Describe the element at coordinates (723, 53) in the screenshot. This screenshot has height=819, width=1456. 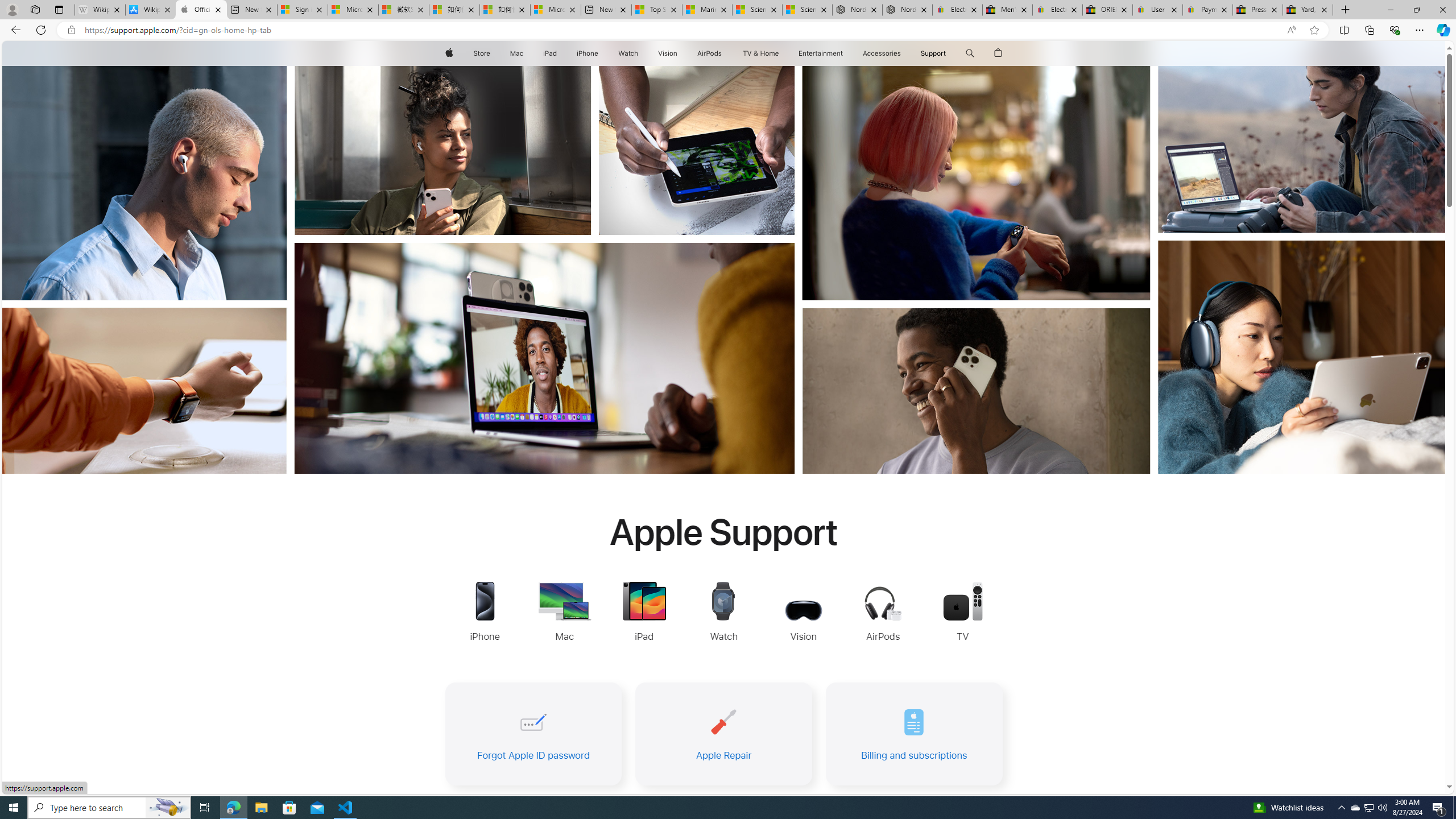
I see `'AirPods menu'` at that location.